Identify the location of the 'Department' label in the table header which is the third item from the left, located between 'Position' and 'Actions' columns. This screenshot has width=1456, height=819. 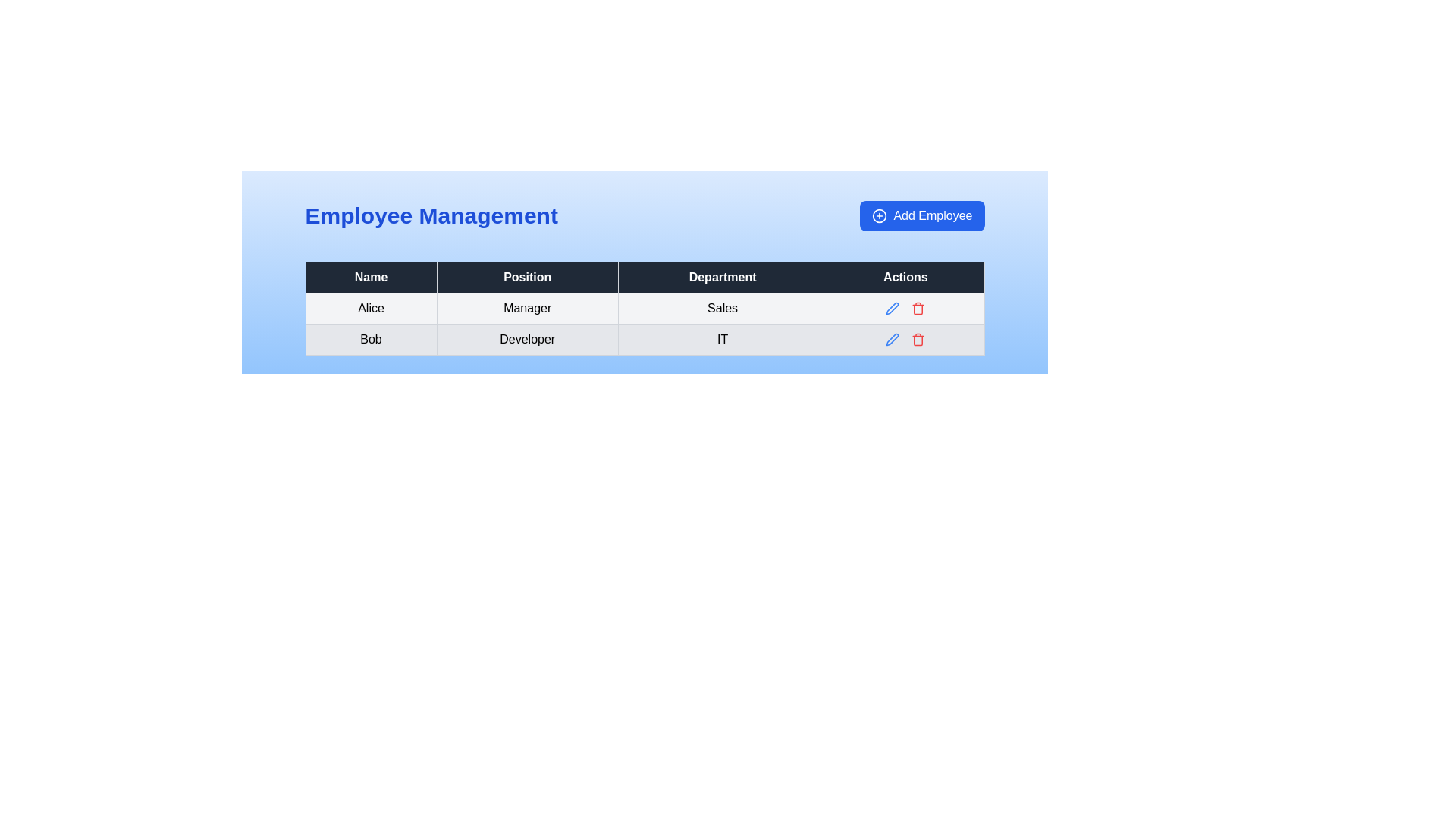
(722, 278).